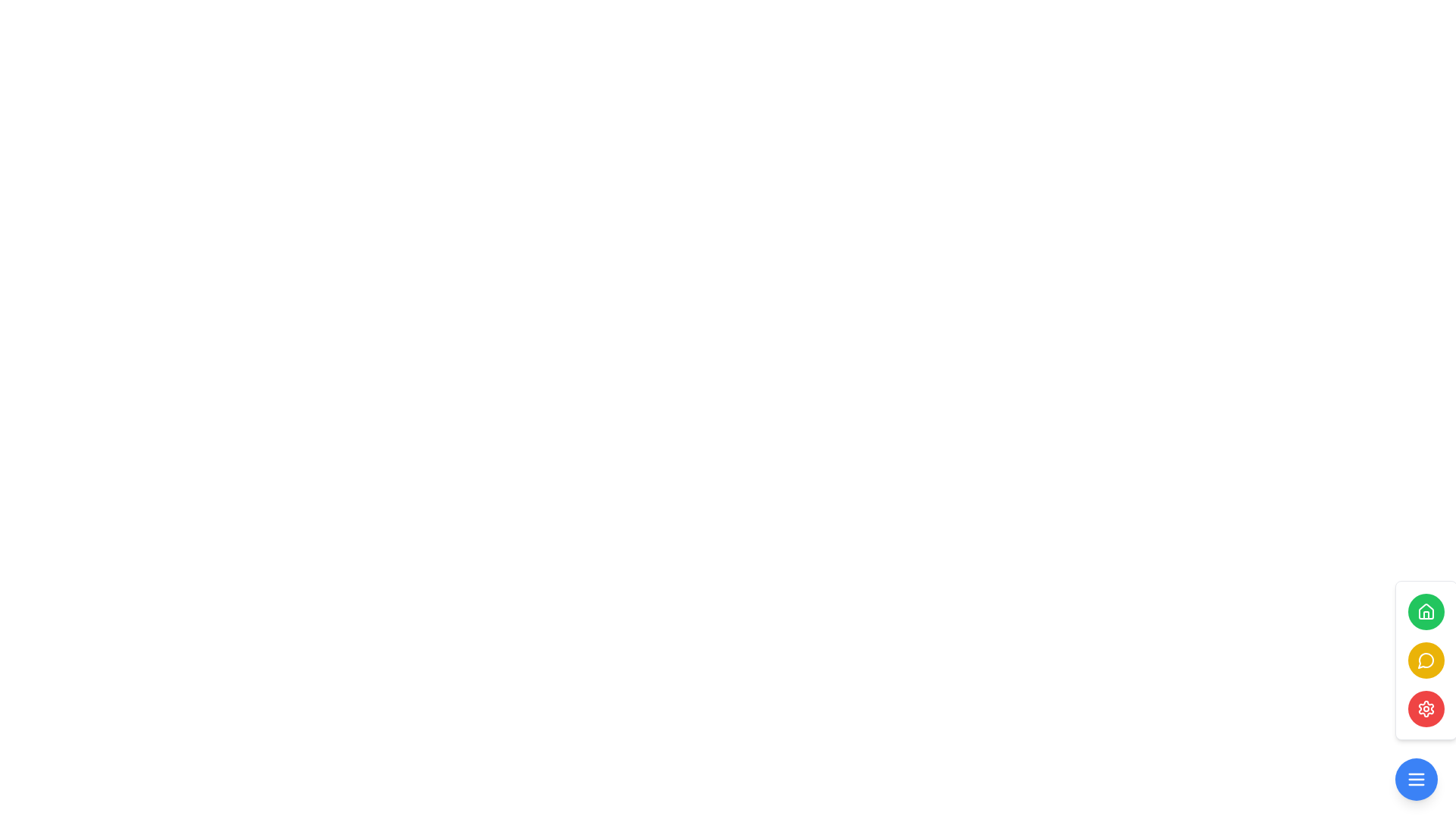 This screenshot has height=819, width=1456. Describe the element at coordinates (1426, 610) in the screenshot. I see `the house icon located at the top of the vertical button stack on the right side of the interface` at that location.